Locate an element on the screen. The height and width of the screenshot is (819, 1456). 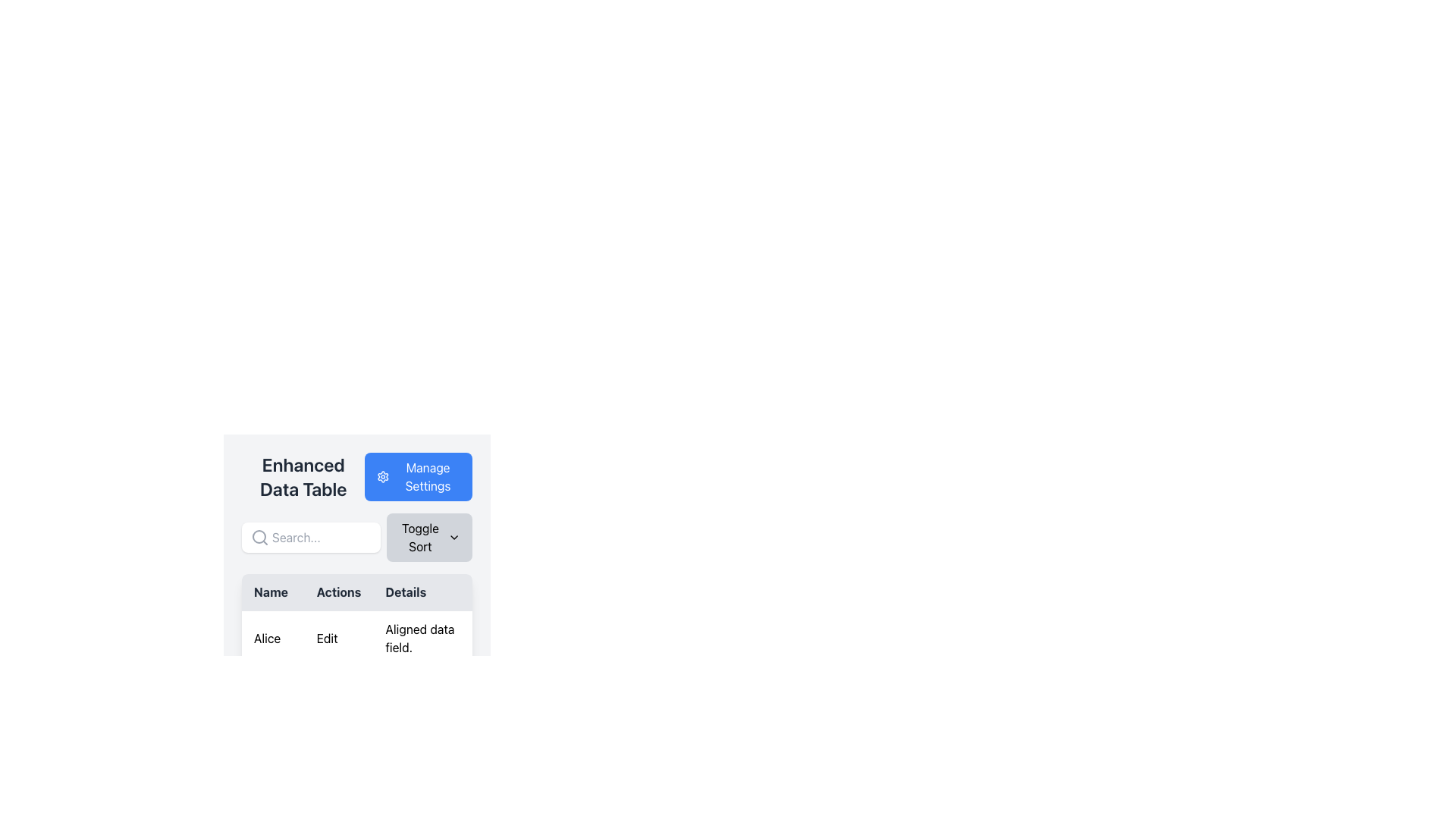
the settings button for the 'Enhanced Data Table' is located at coordinates (419, 475).